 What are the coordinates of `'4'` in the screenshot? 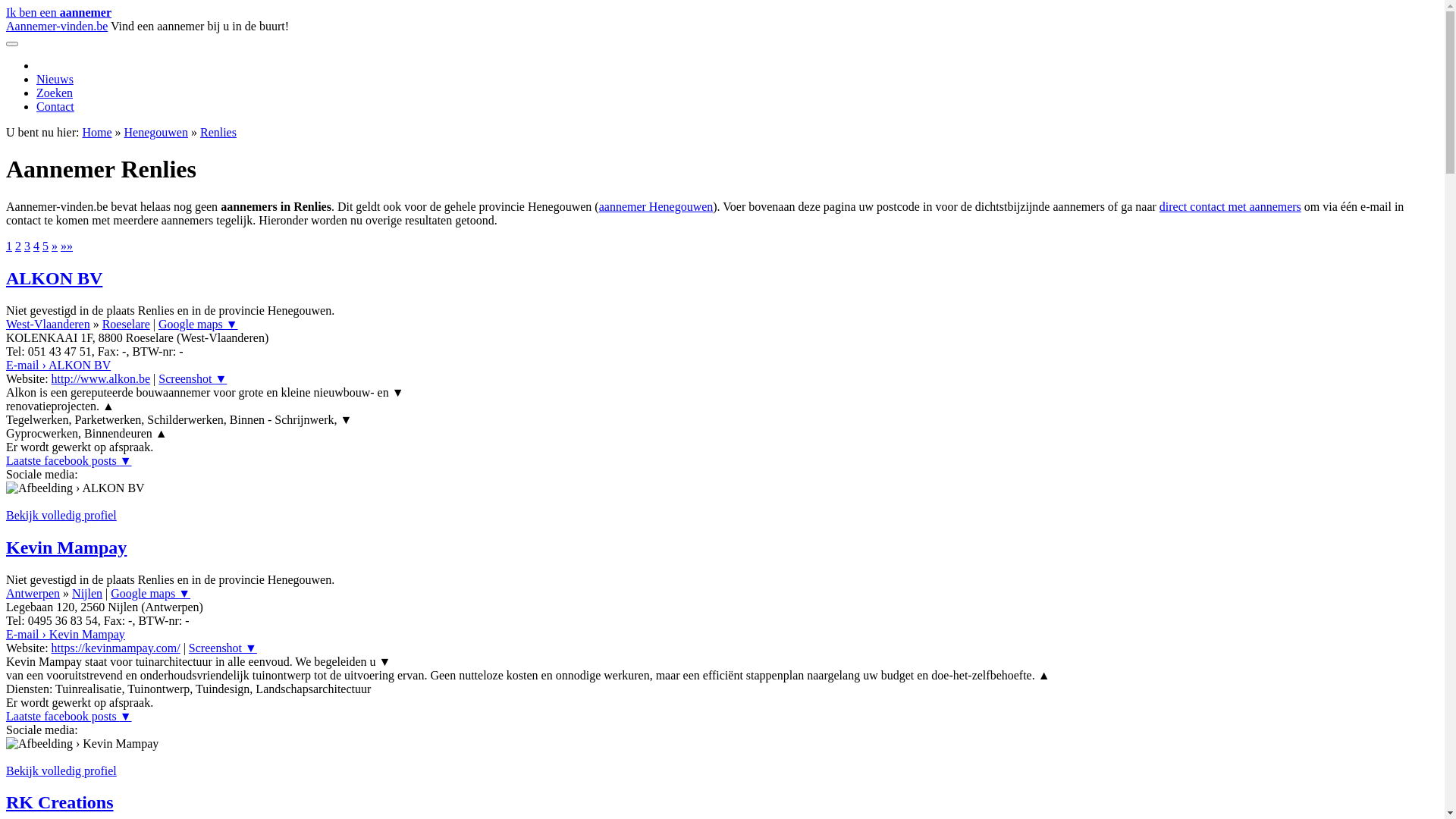 It's located at (33, 245).